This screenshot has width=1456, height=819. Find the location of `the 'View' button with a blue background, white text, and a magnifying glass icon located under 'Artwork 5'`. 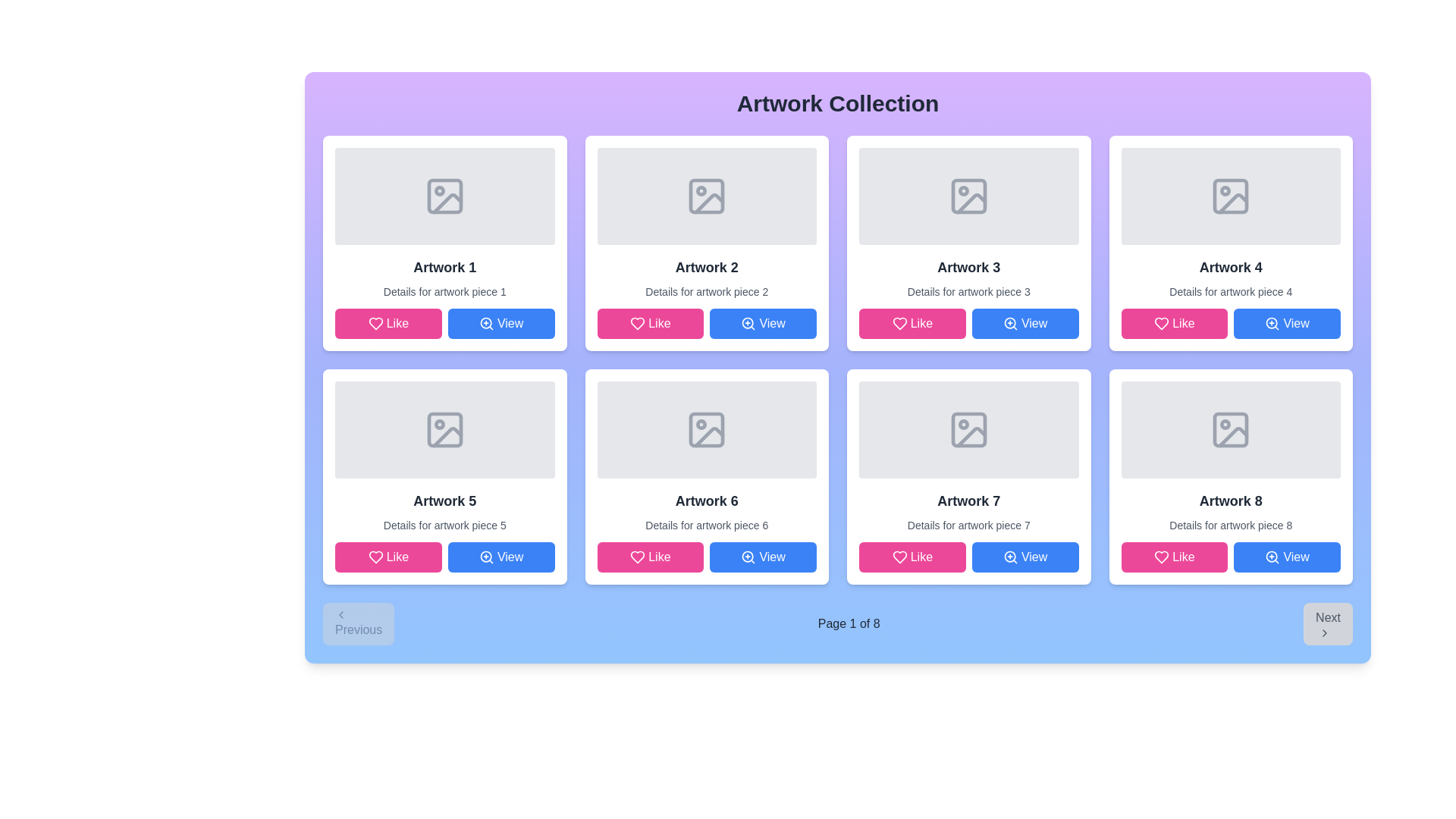

the 'View' button with a blue background, white text, and a magnifying glass icon located under 'Artwork 5' is located at coordinates (501, 557).